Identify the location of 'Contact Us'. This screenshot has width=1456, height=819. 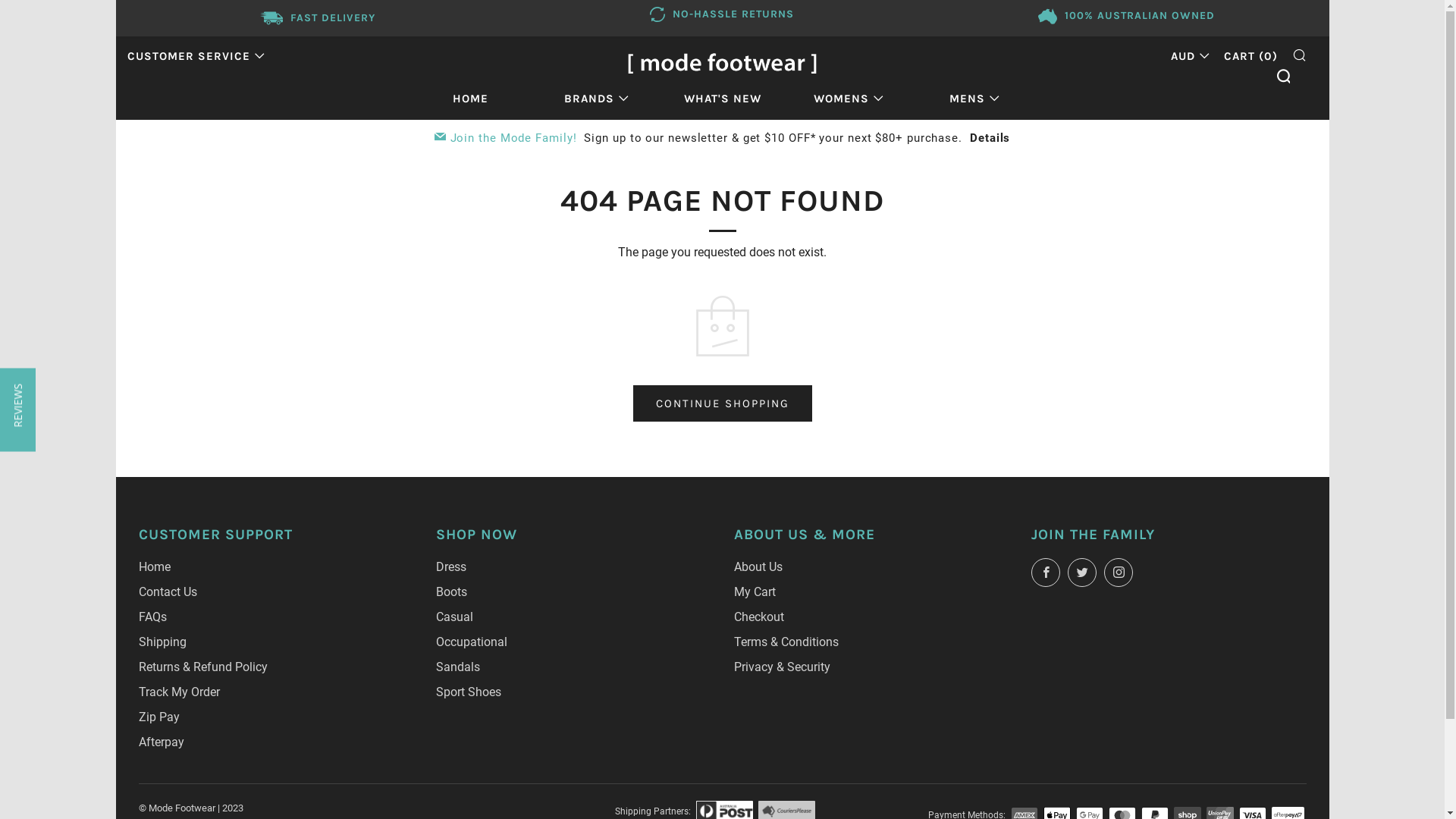
(167, 591).